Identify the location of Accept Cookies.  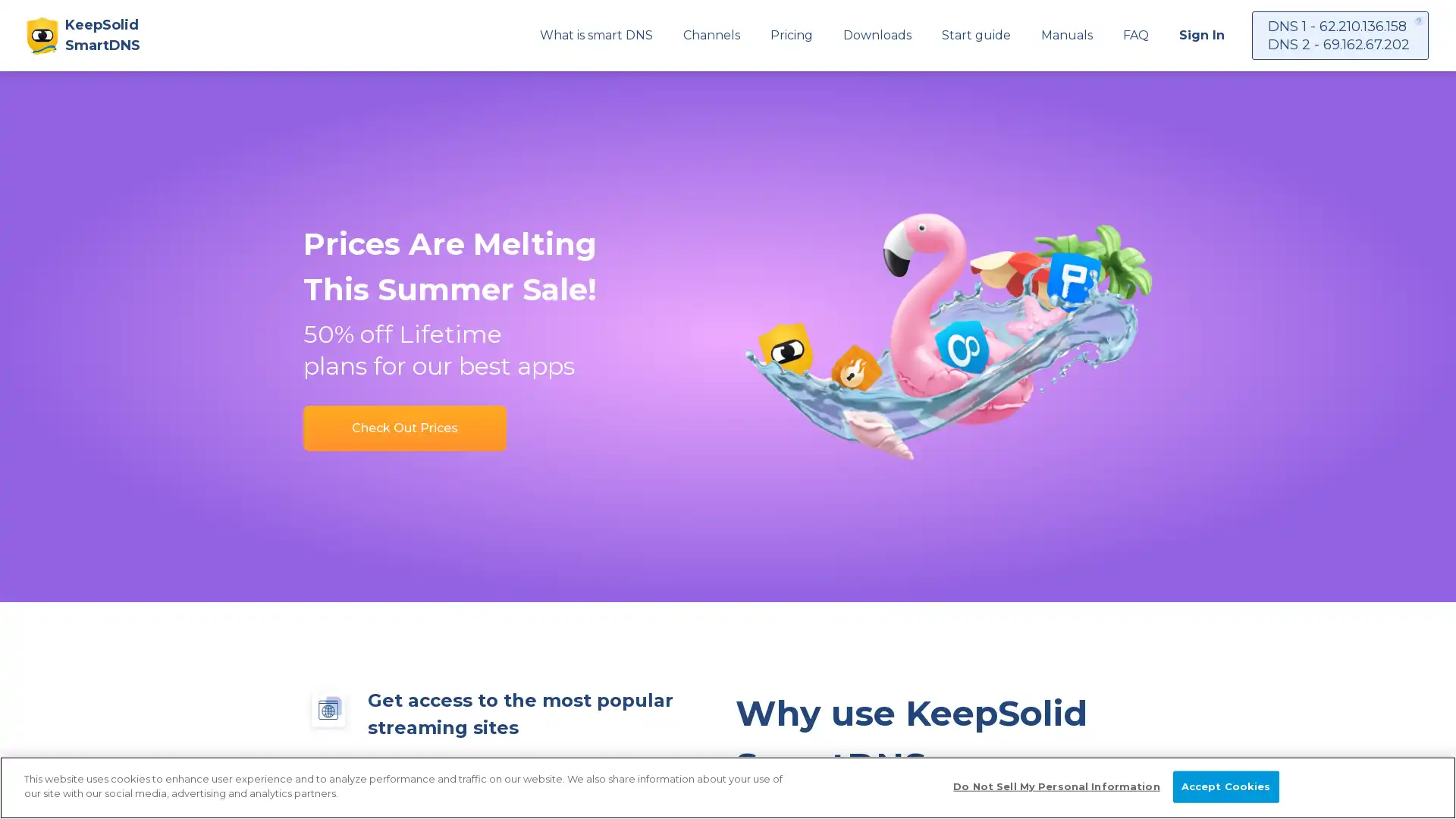
(1225, 786).